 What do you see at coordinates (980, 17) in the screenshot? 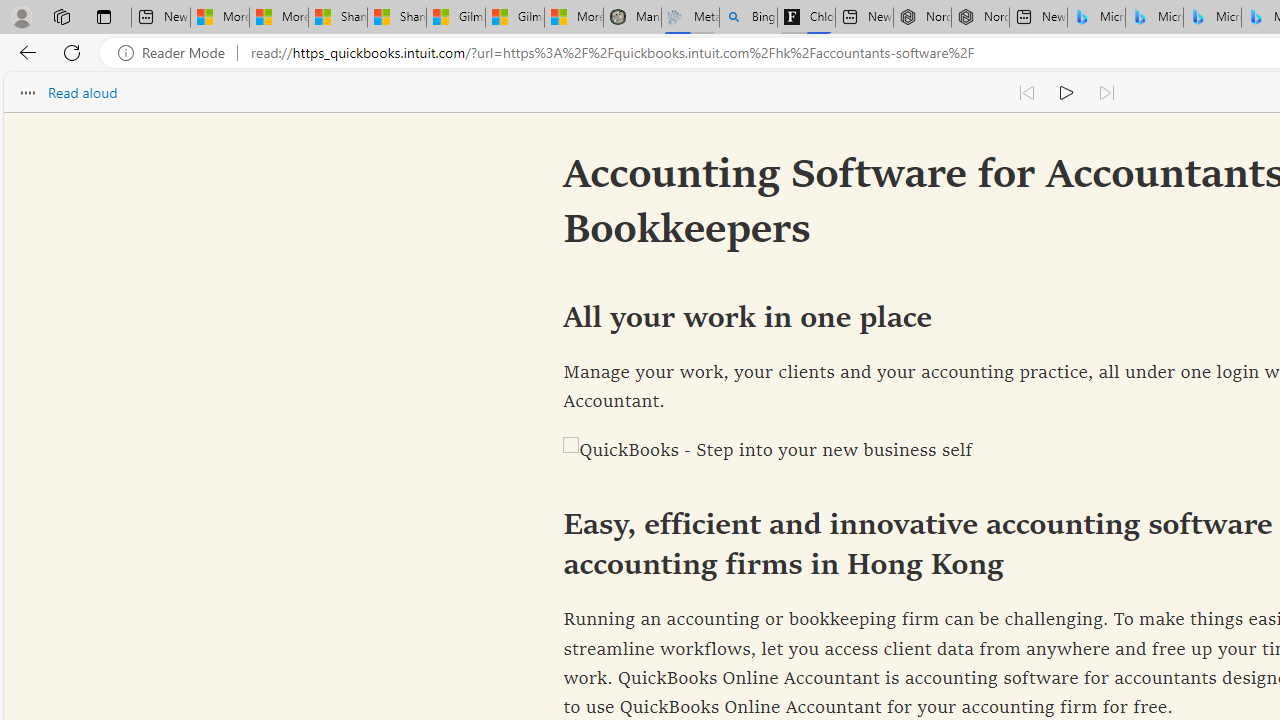
I see `'Nordace - #1 Japanese Best-Seller - Siena Smart Backpack'` at bounding box center [980, 17].